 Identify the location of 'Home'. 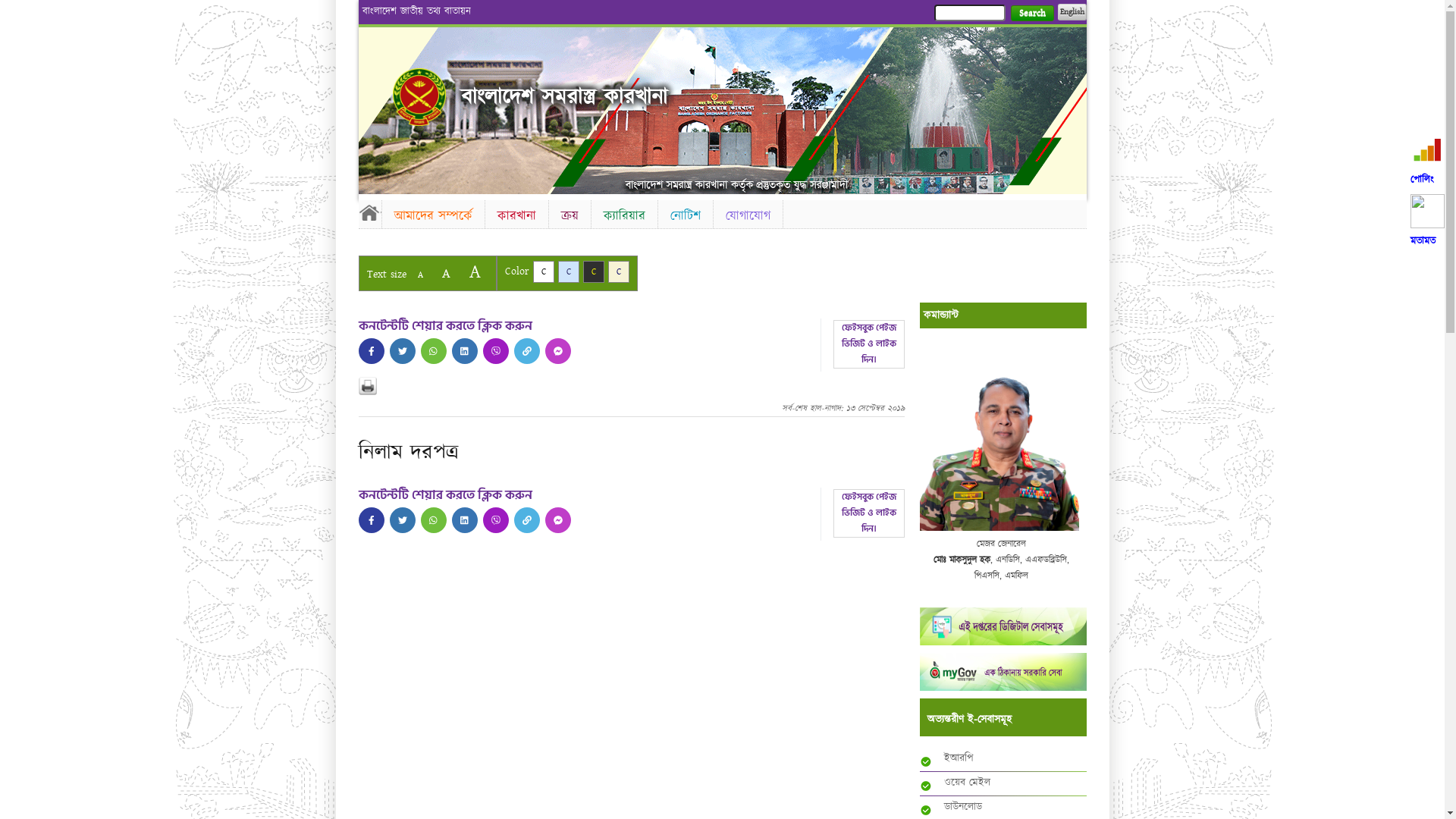
(369, 212).